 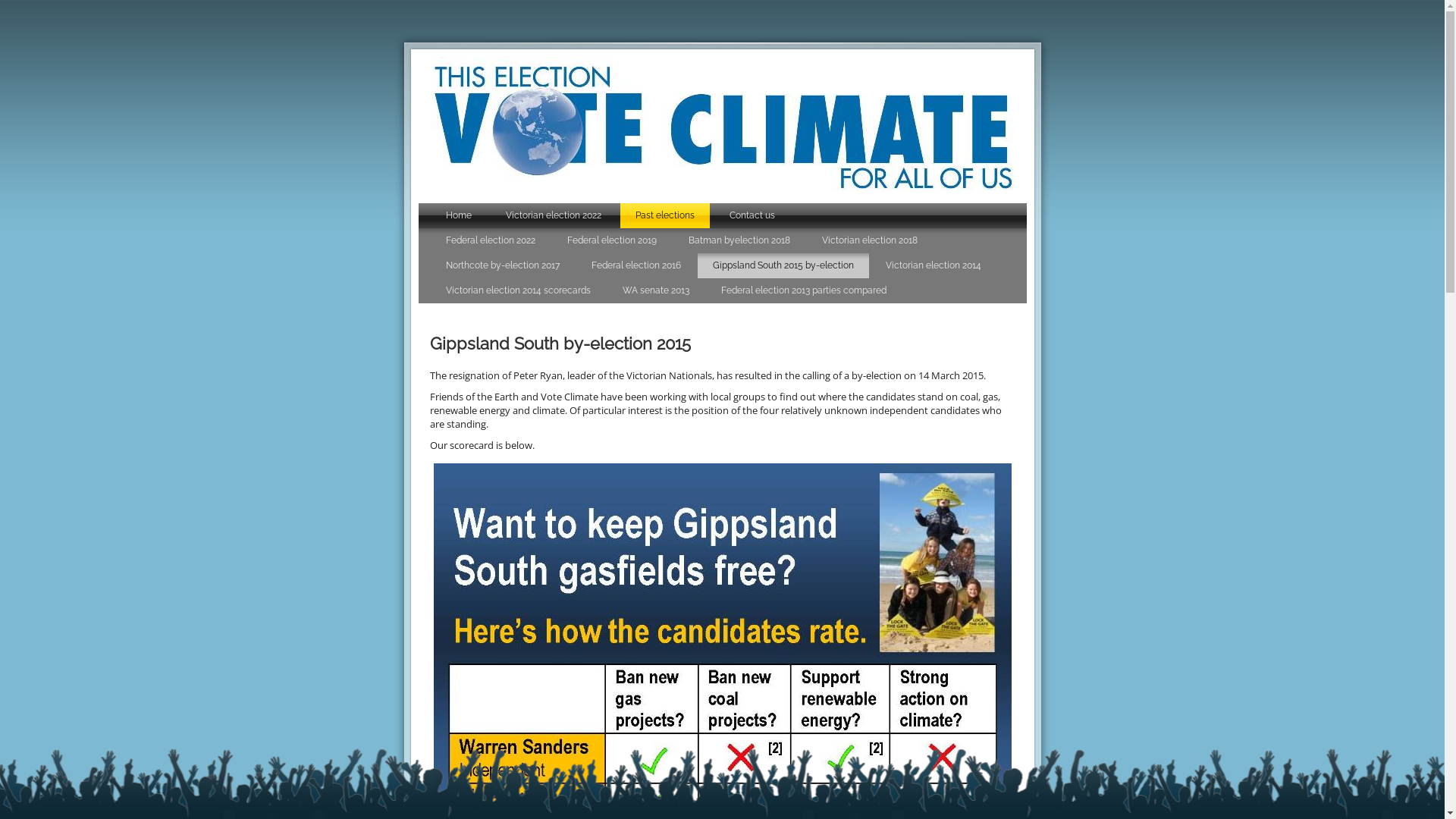 I want to click on 'Federal election 2013 parties compared', so click(x=802, y=290).